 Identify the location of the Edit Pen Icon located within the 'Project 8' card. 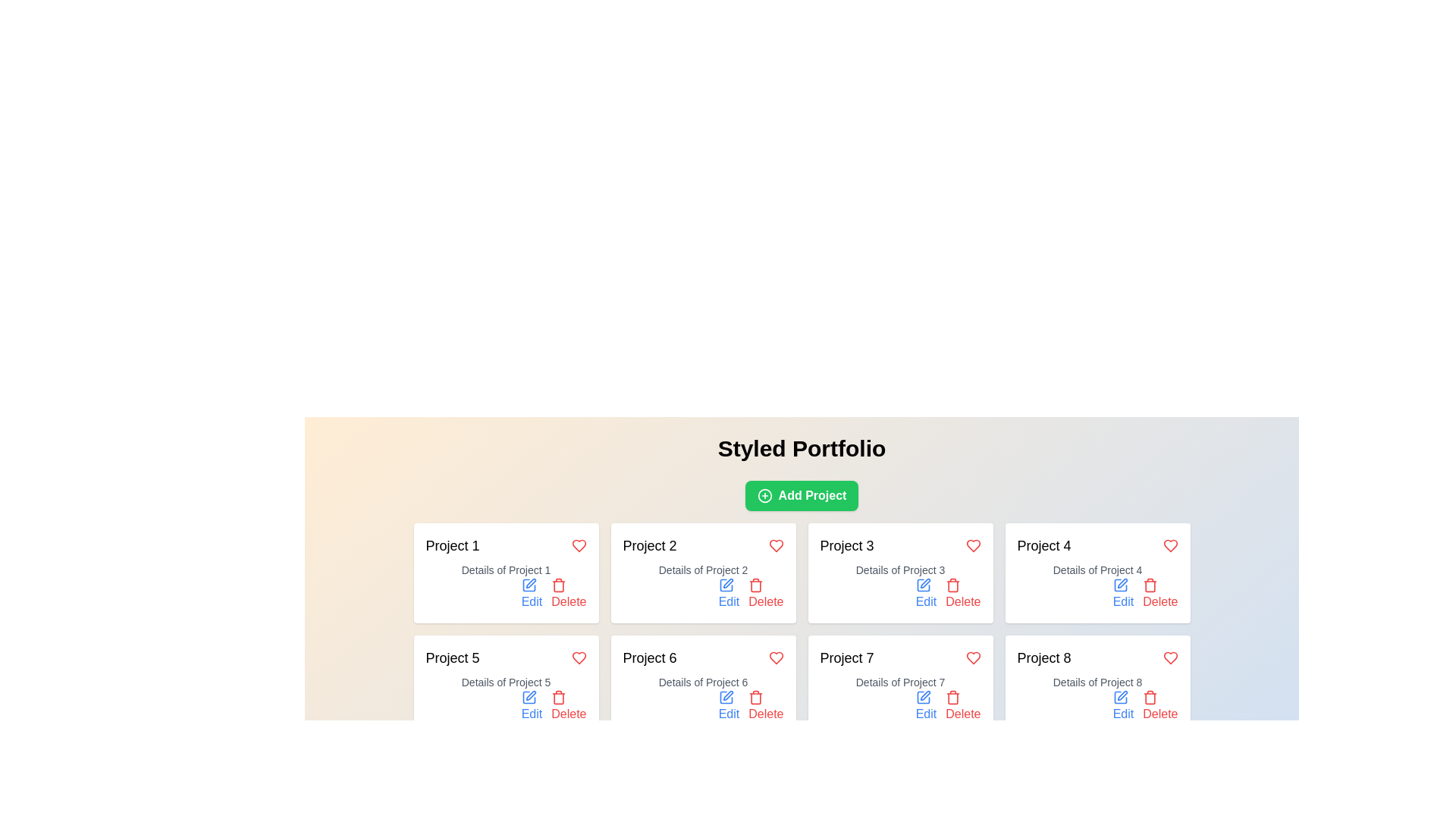
(1122, 695).